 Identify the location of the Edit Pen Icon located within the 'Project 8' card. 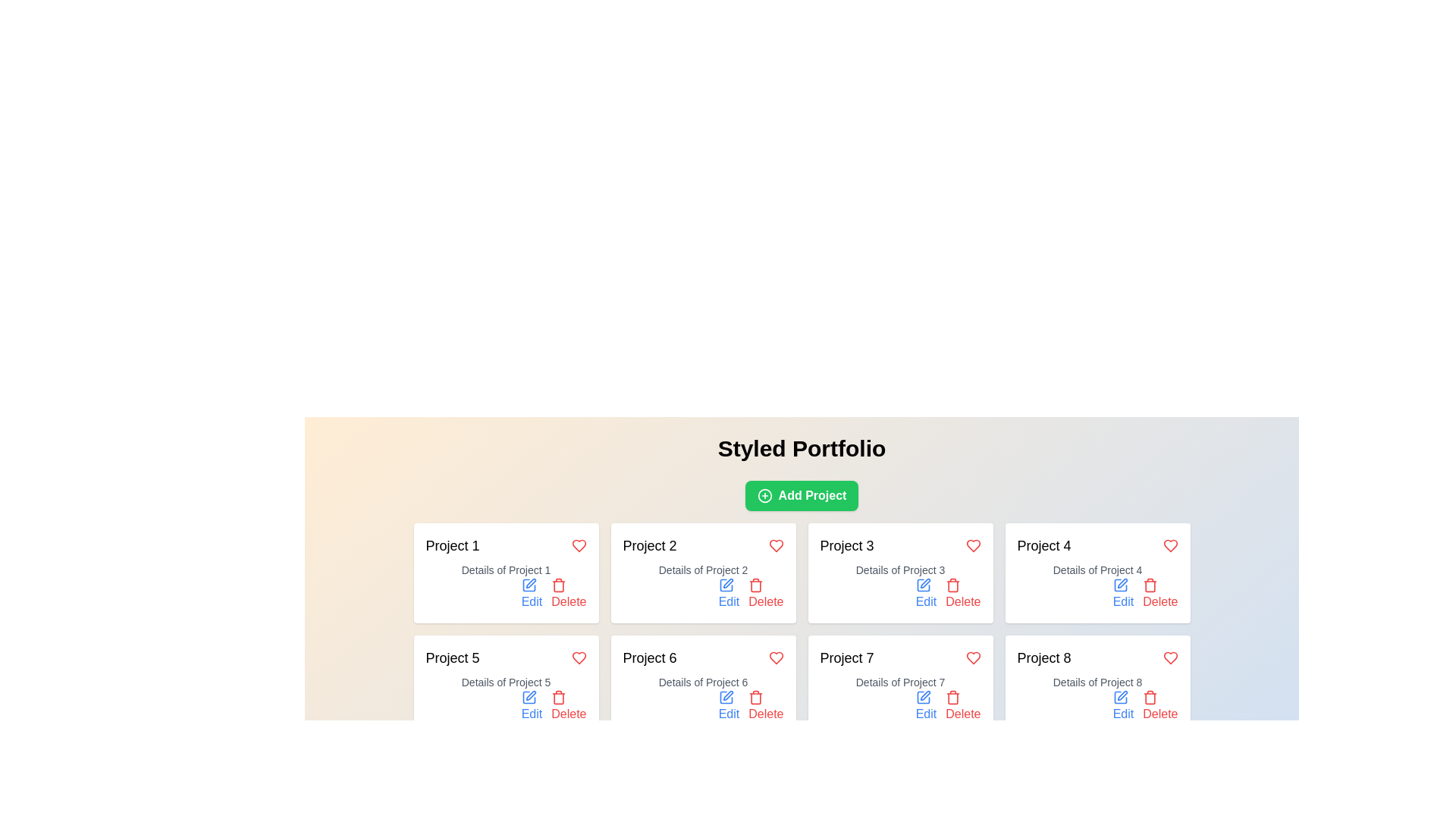
(1122, 695).